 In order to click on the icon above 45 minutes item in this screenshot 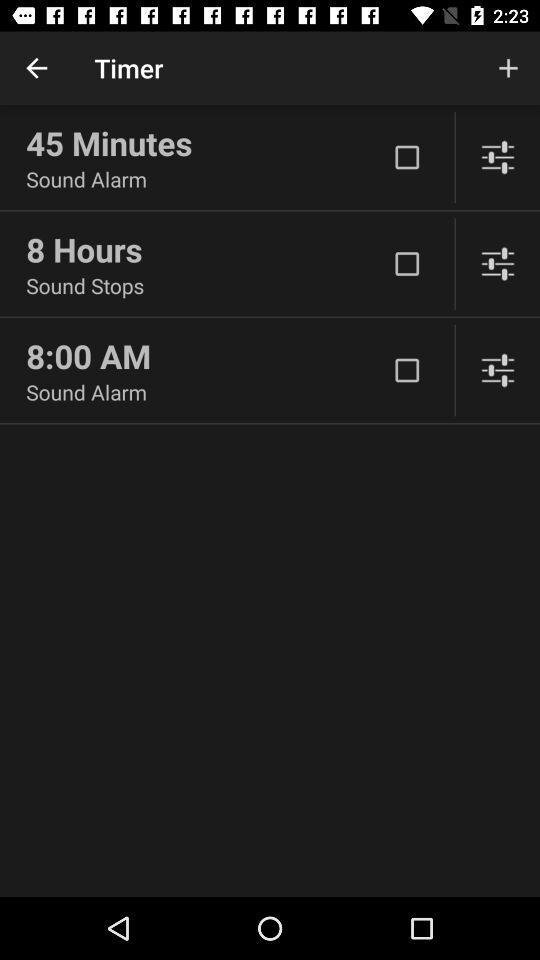, I will do `click(36, 68)`.